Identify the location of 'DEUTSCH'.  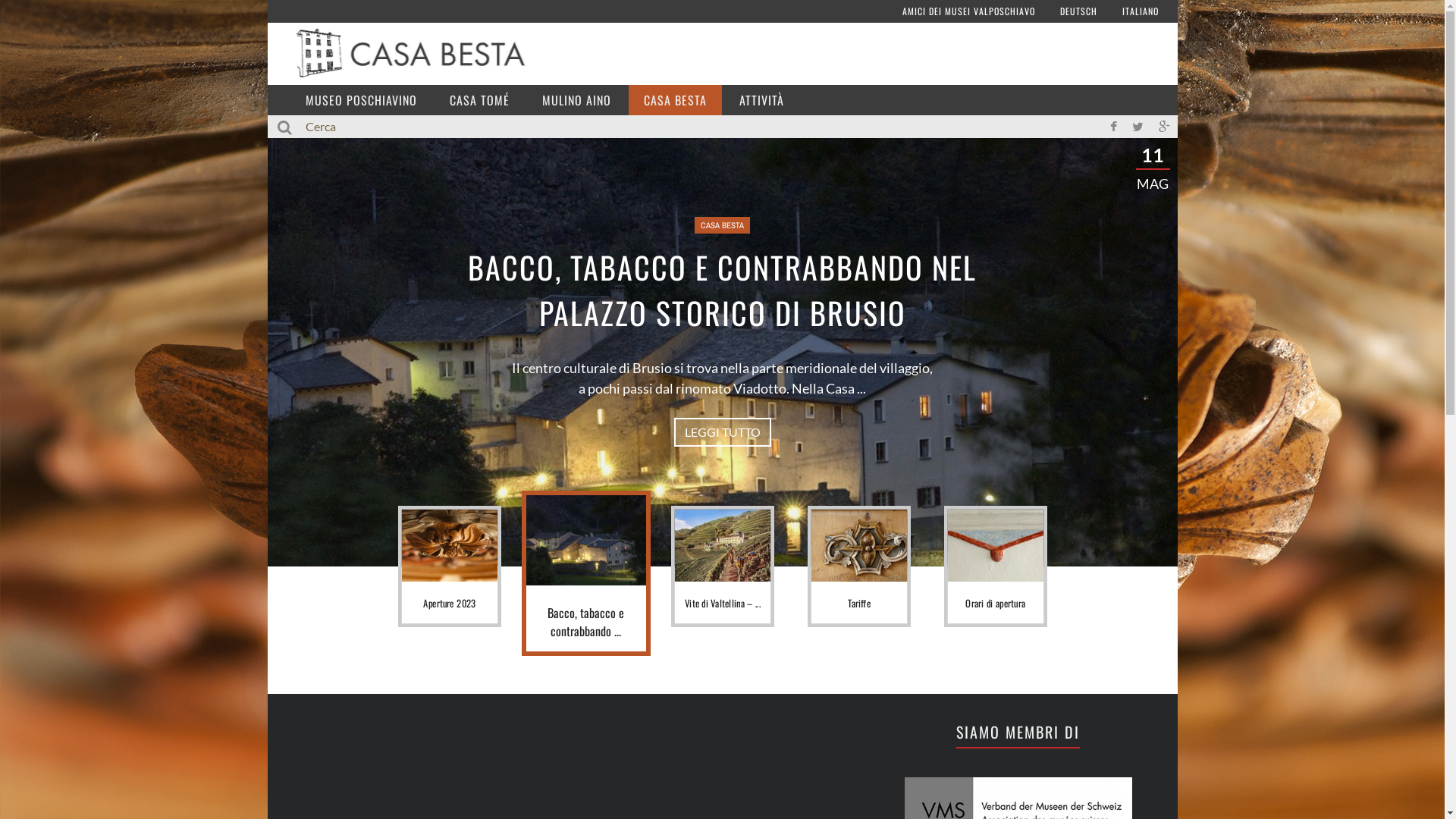
(1078, 11).